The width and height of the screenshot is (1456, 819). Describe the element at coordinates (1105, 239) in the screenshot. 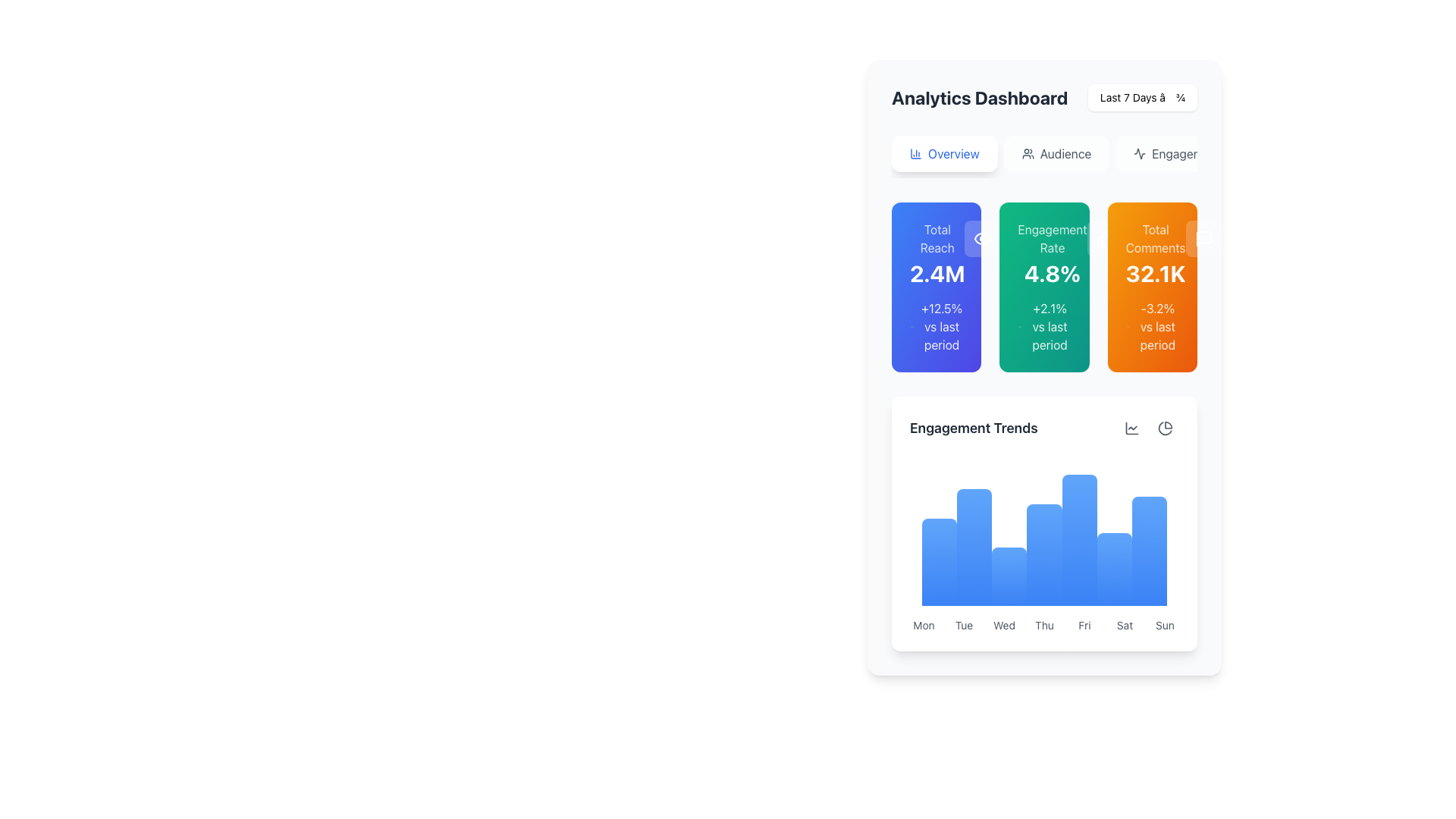

I see `the approval icon located in the top-right region of the dashboard interface, positioned to the right of the engagement rate card and adjacent to the total comments card` at that location.